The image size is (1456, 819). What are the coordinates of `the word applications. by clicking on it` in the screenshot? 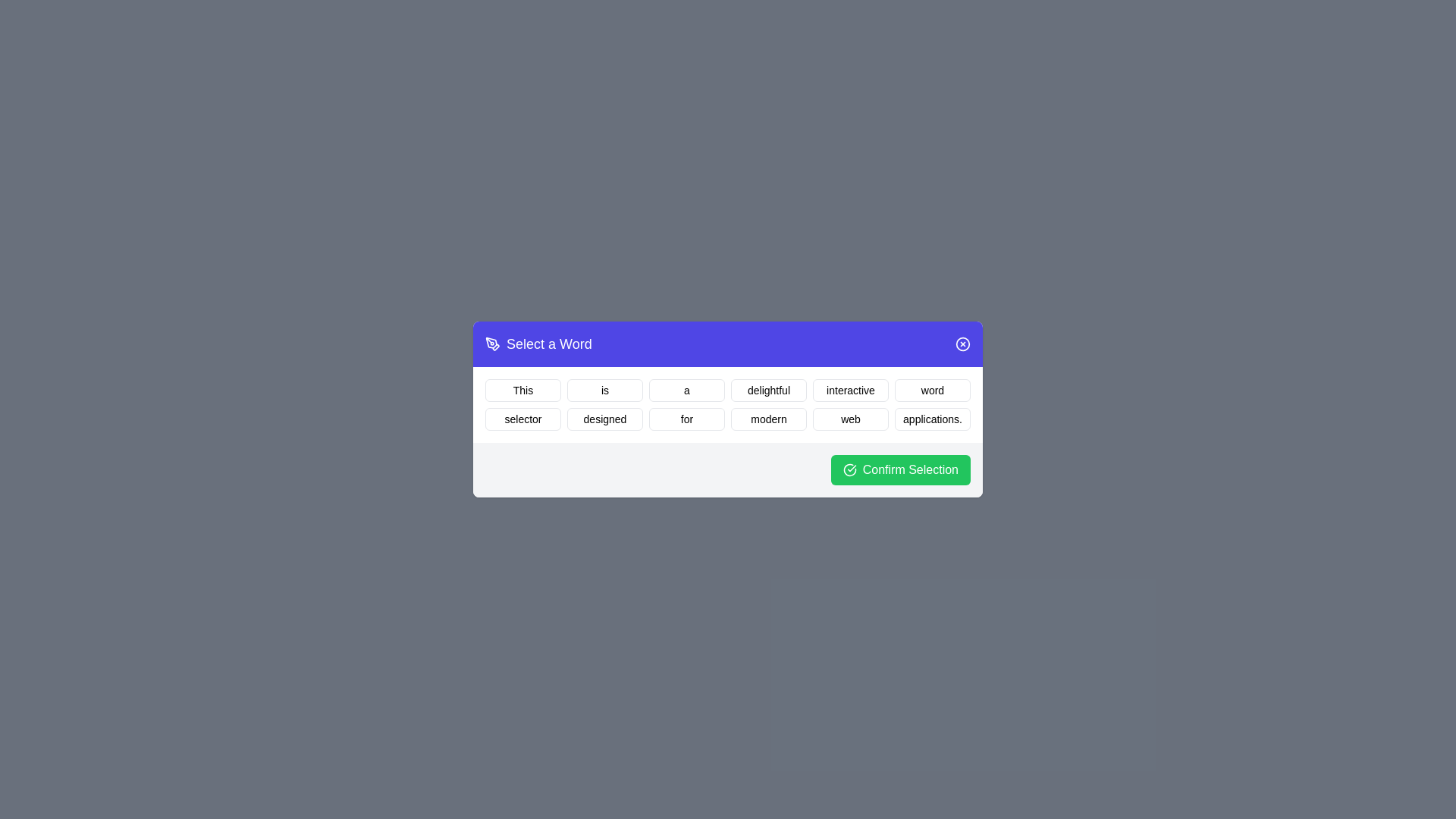 It's located at (931, 419).